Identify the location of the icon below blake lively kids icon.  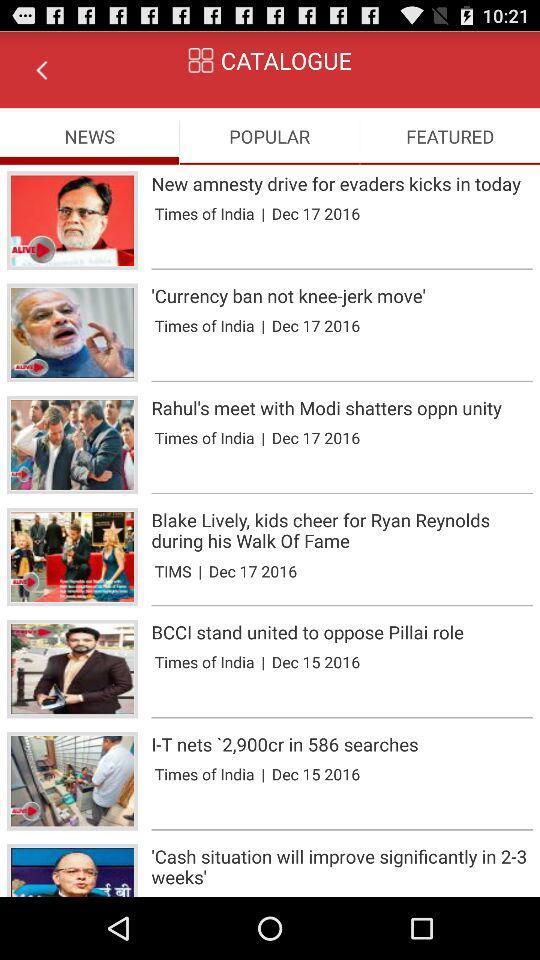
(173, 571).